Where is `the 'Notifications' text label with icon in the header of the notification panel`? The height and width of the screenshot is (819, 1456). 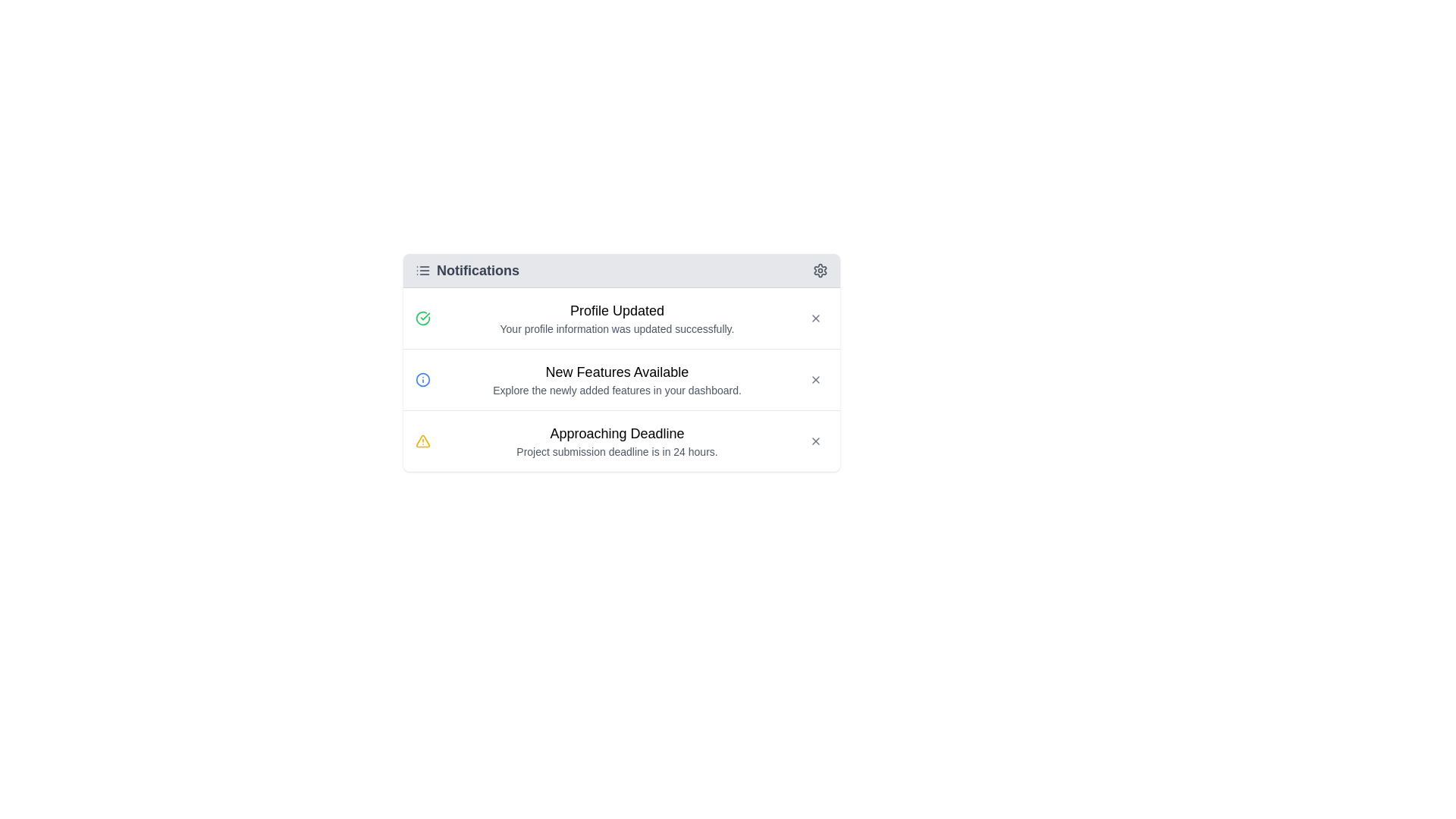
the 'Notifications' text label with icon in the header of the notification panel is located at coordinates (466, 270).